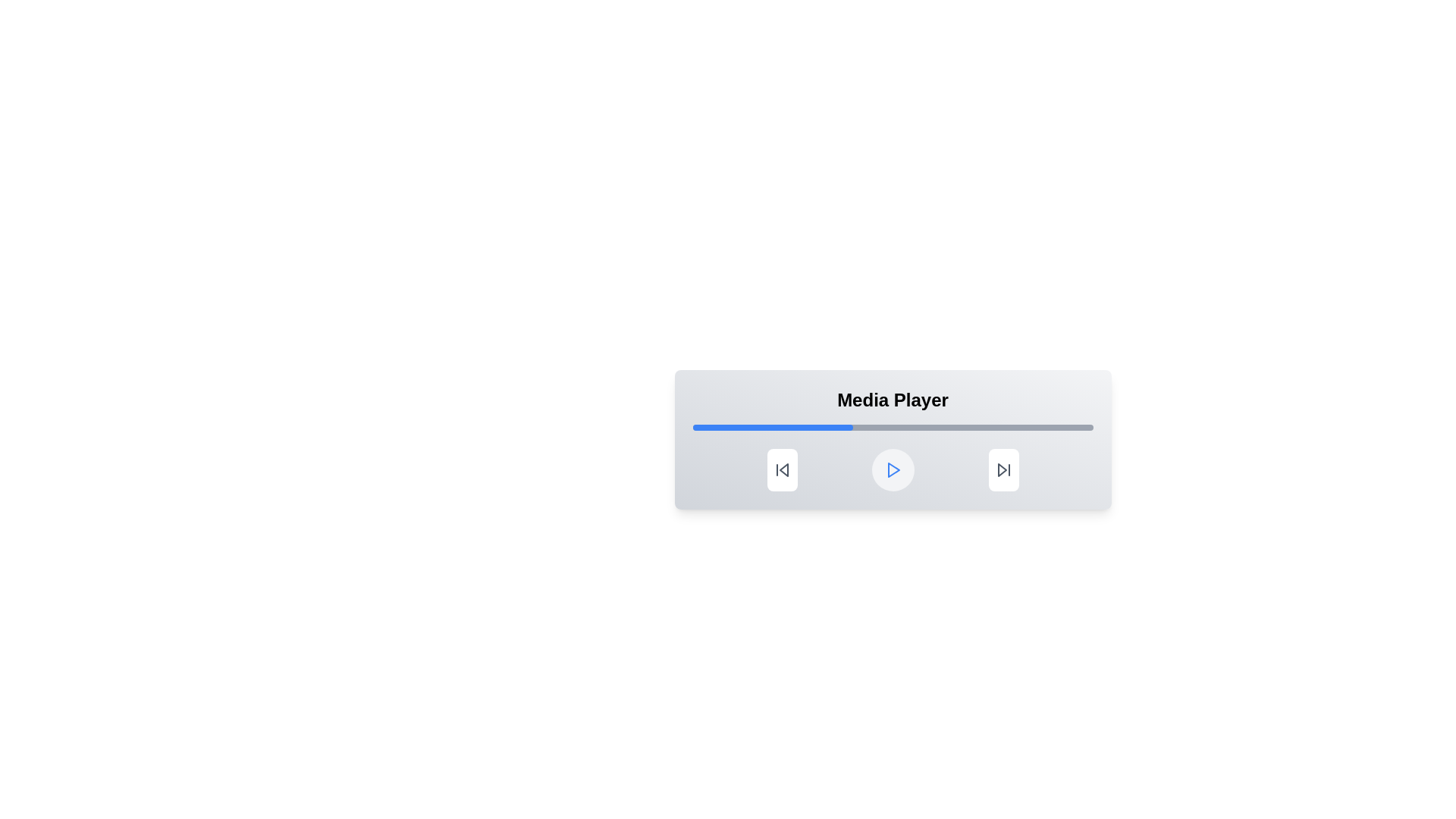  What do you see at coordinates (1040, 427) in the screenshot?
I see `the progress bar` at bounding box center [1040, 427].